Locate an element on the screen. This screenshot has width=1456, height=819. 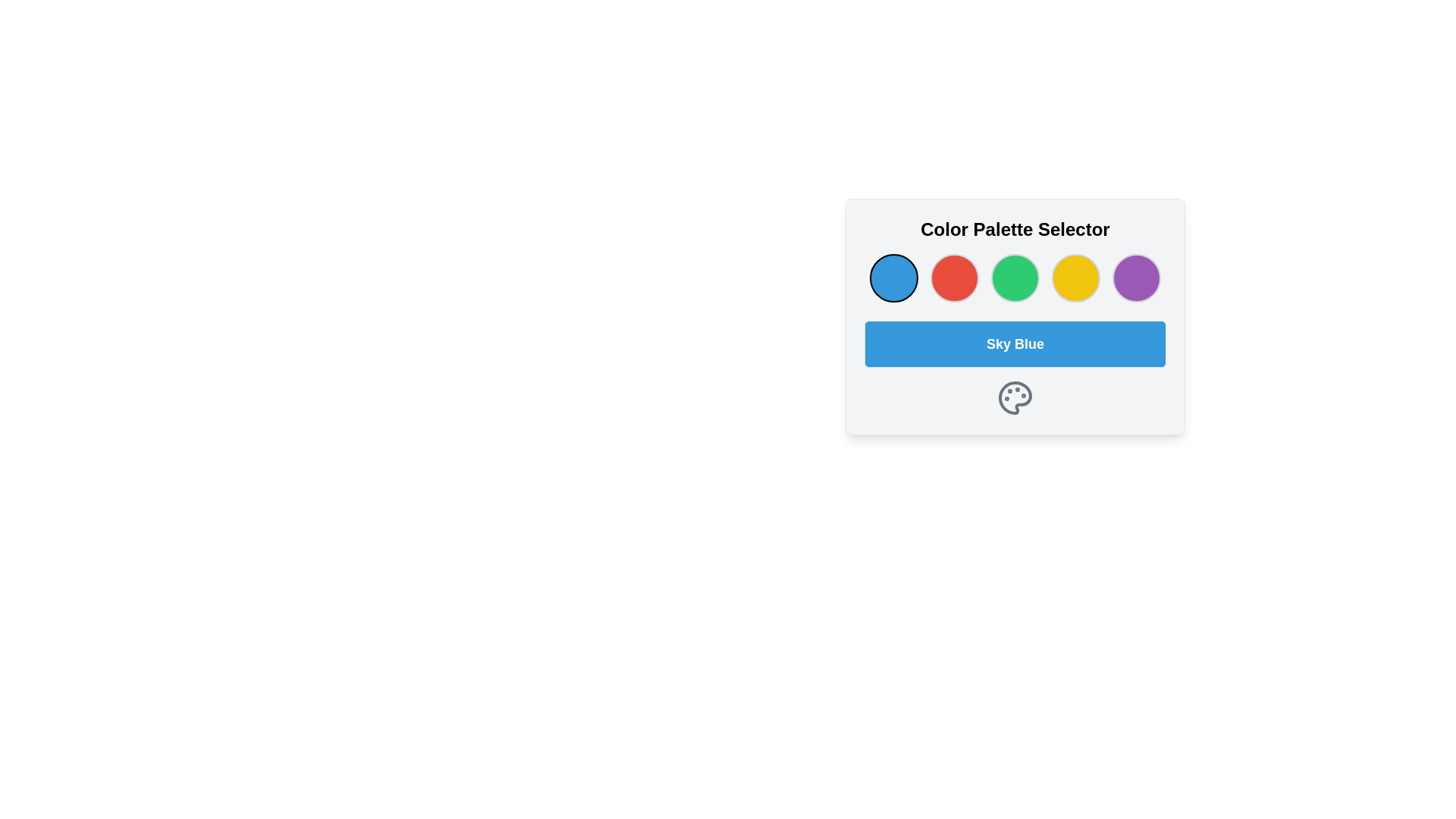
the decorative icon located at the bottom of the 'Color Palette Selector' interface, directly below the 'Sky Blue' button is located at coordinates (1015, 397).